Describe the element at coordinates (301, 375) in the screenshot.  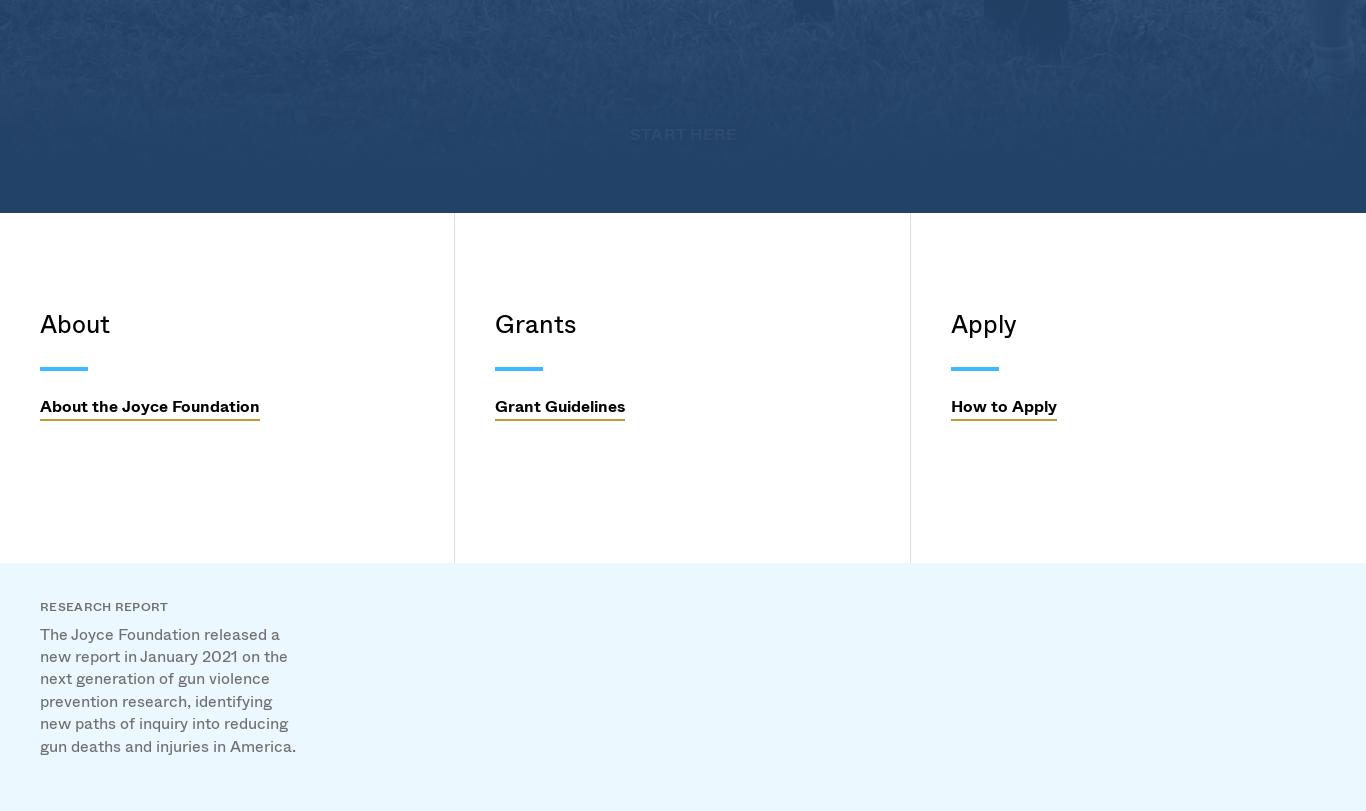
I see `'History'` at that location.